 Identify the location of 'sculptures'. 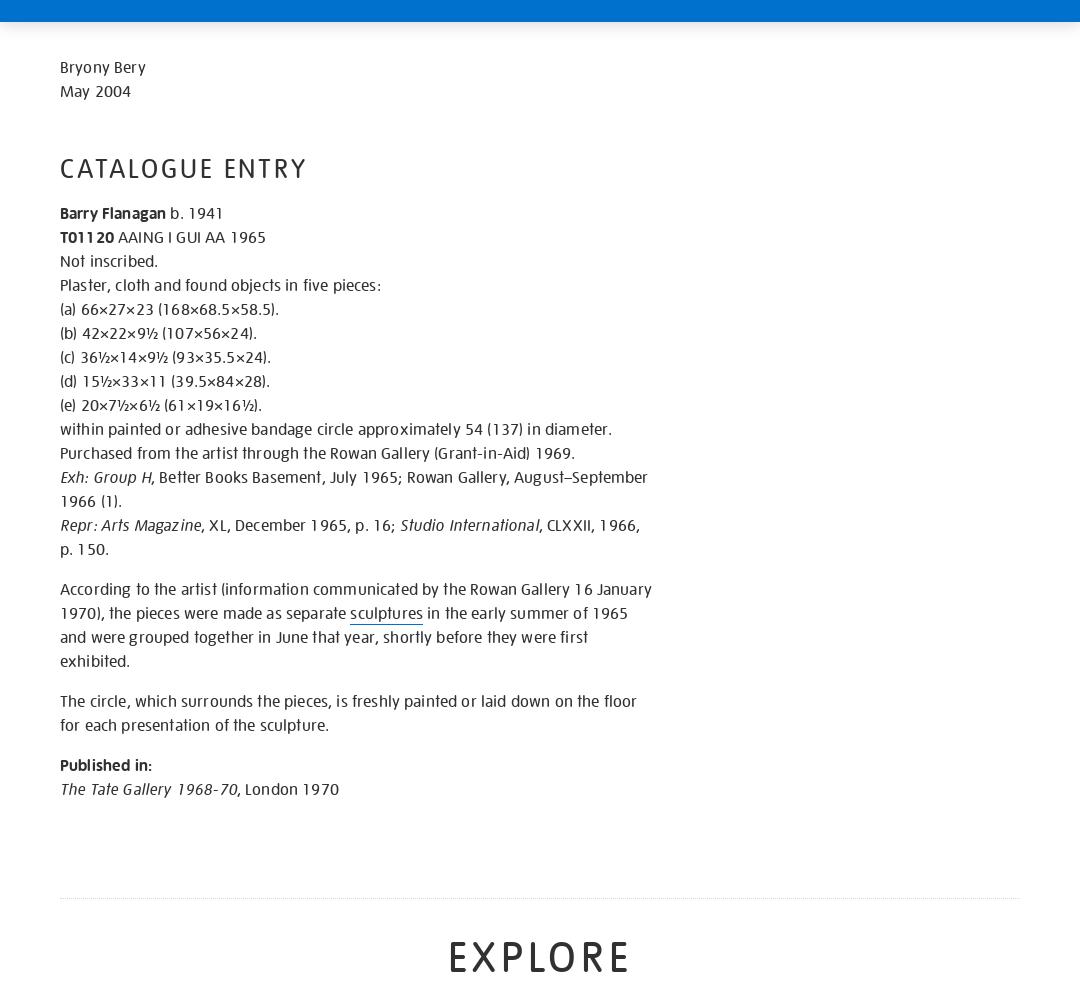
(386, 613).